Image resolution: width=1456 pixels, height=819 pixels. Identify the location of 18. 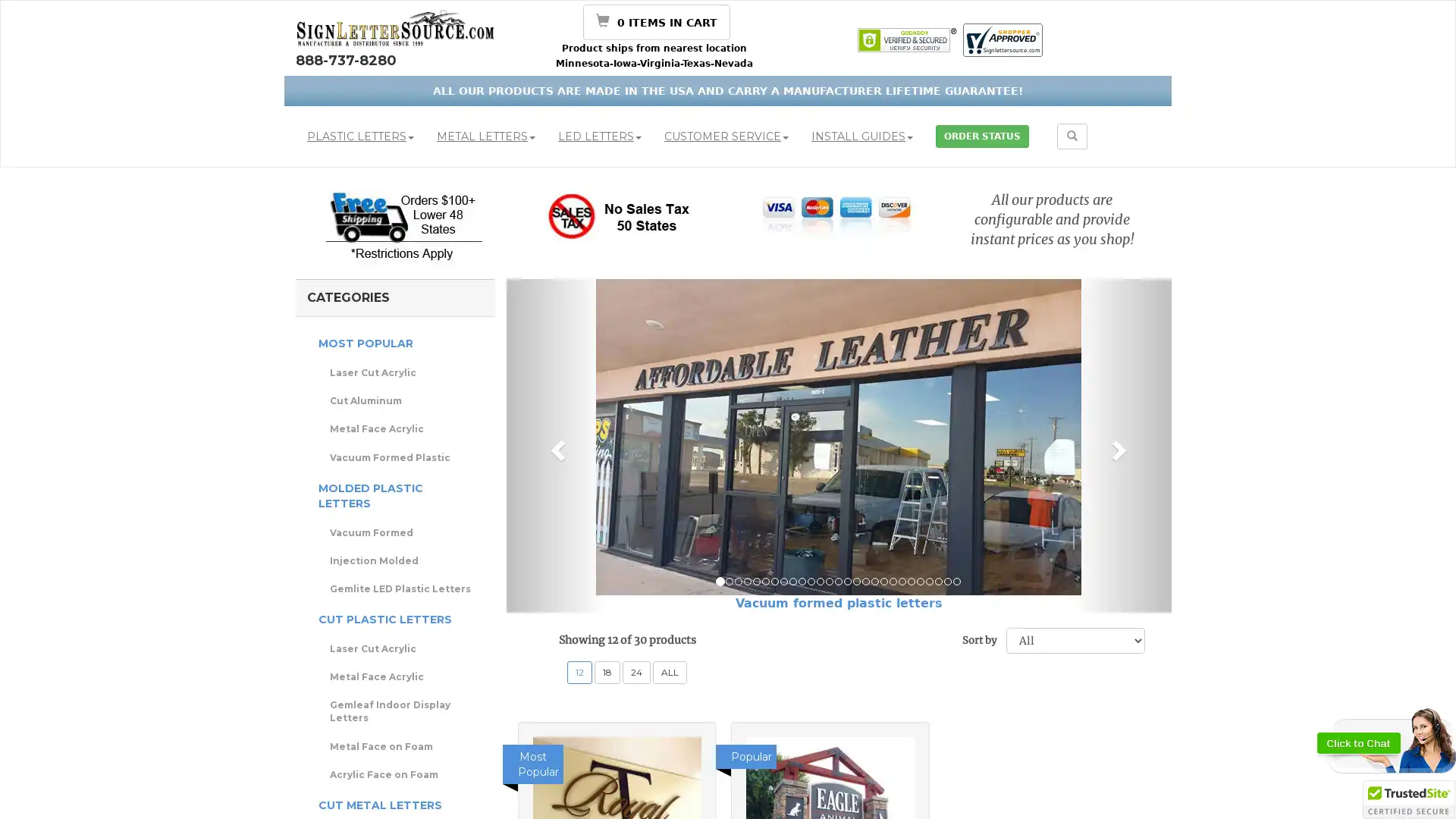
(607, 672).